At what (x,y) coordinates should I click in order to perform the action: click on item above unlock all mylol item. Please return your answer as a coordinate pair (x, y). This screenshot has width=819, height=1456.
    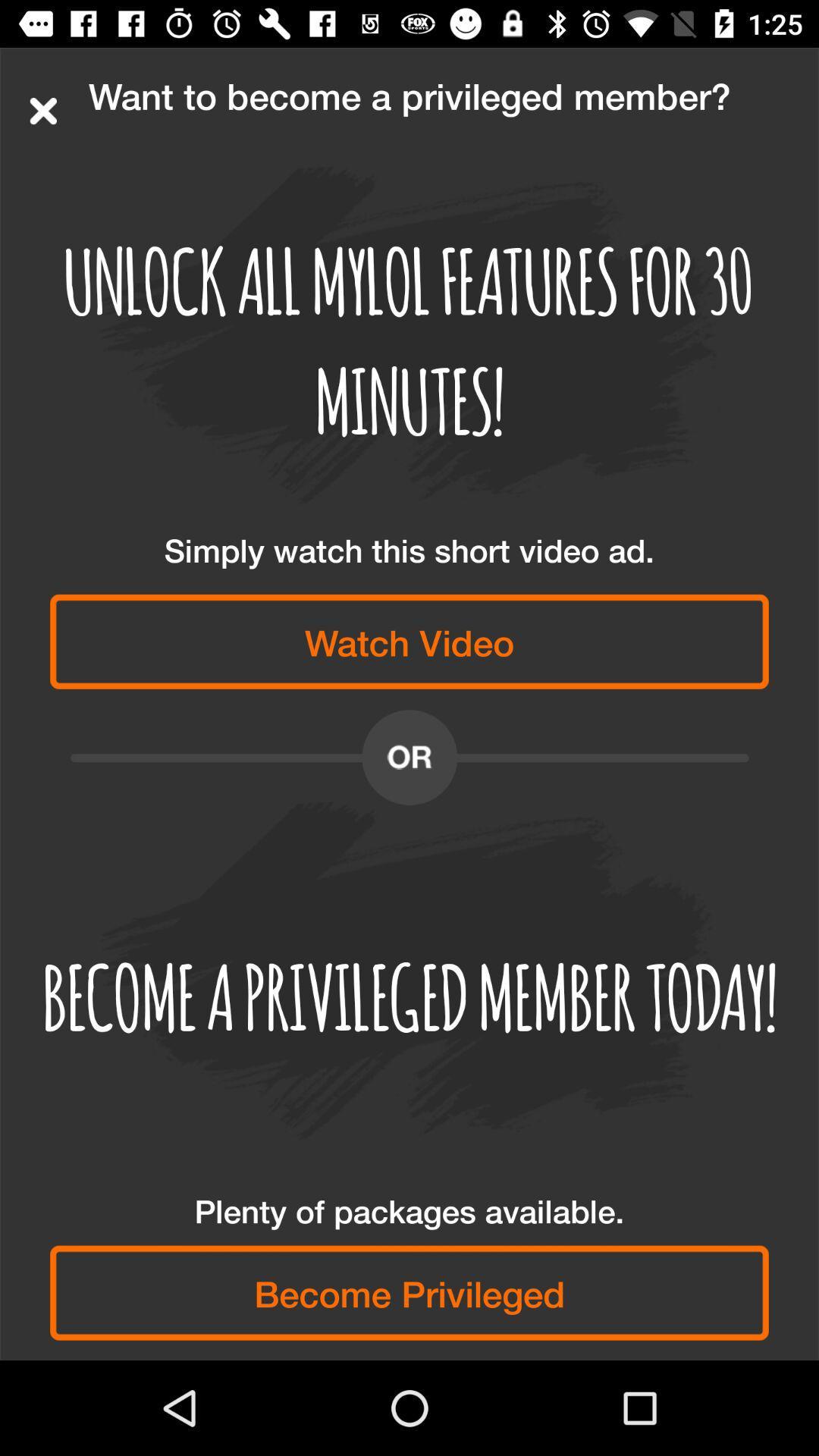
    Looking at the image, I should click on (42, 110).